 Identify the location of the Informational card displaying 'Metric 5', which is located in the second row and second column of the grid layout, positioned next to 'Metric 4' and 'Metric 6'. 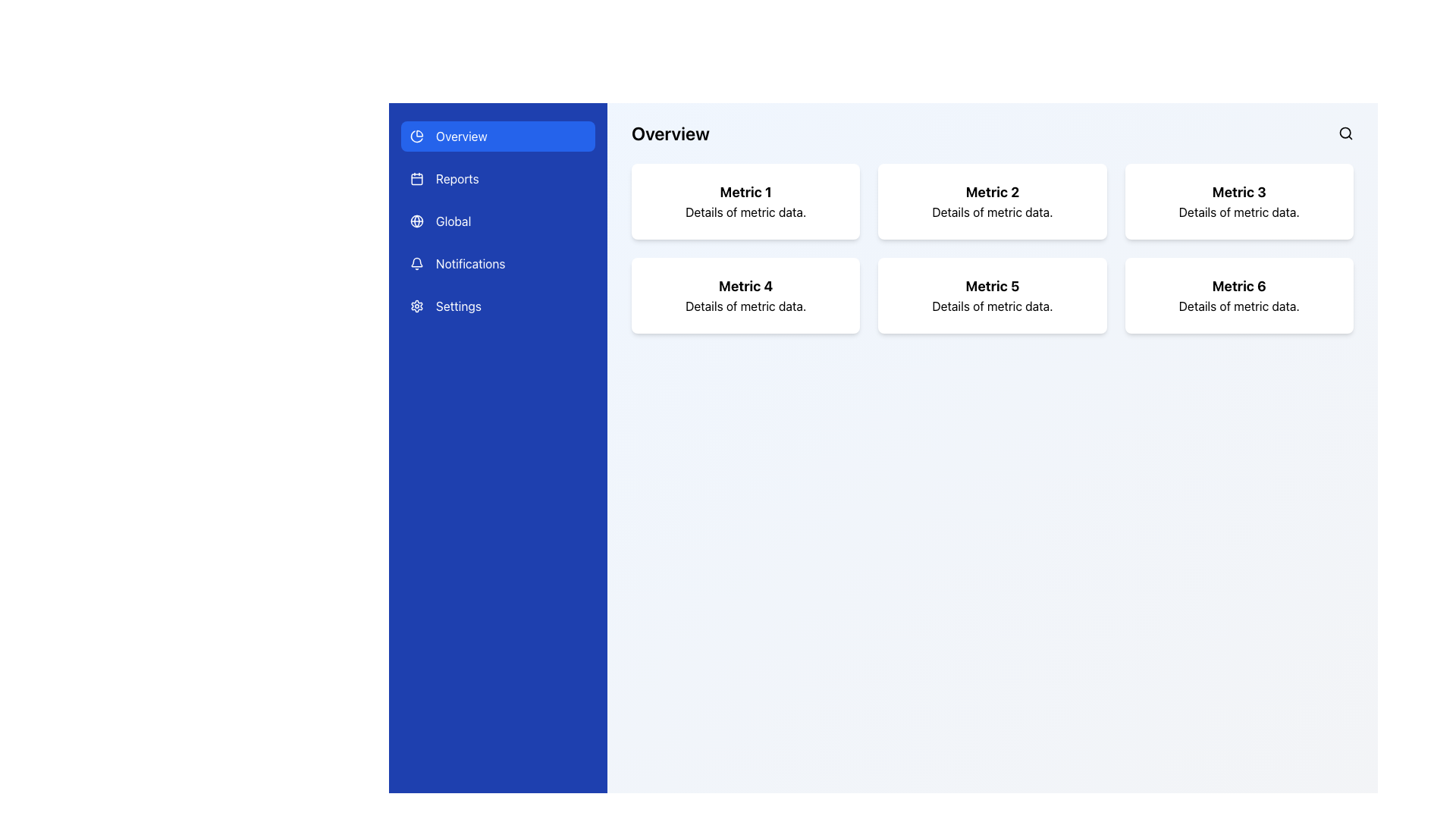
(992, 295).